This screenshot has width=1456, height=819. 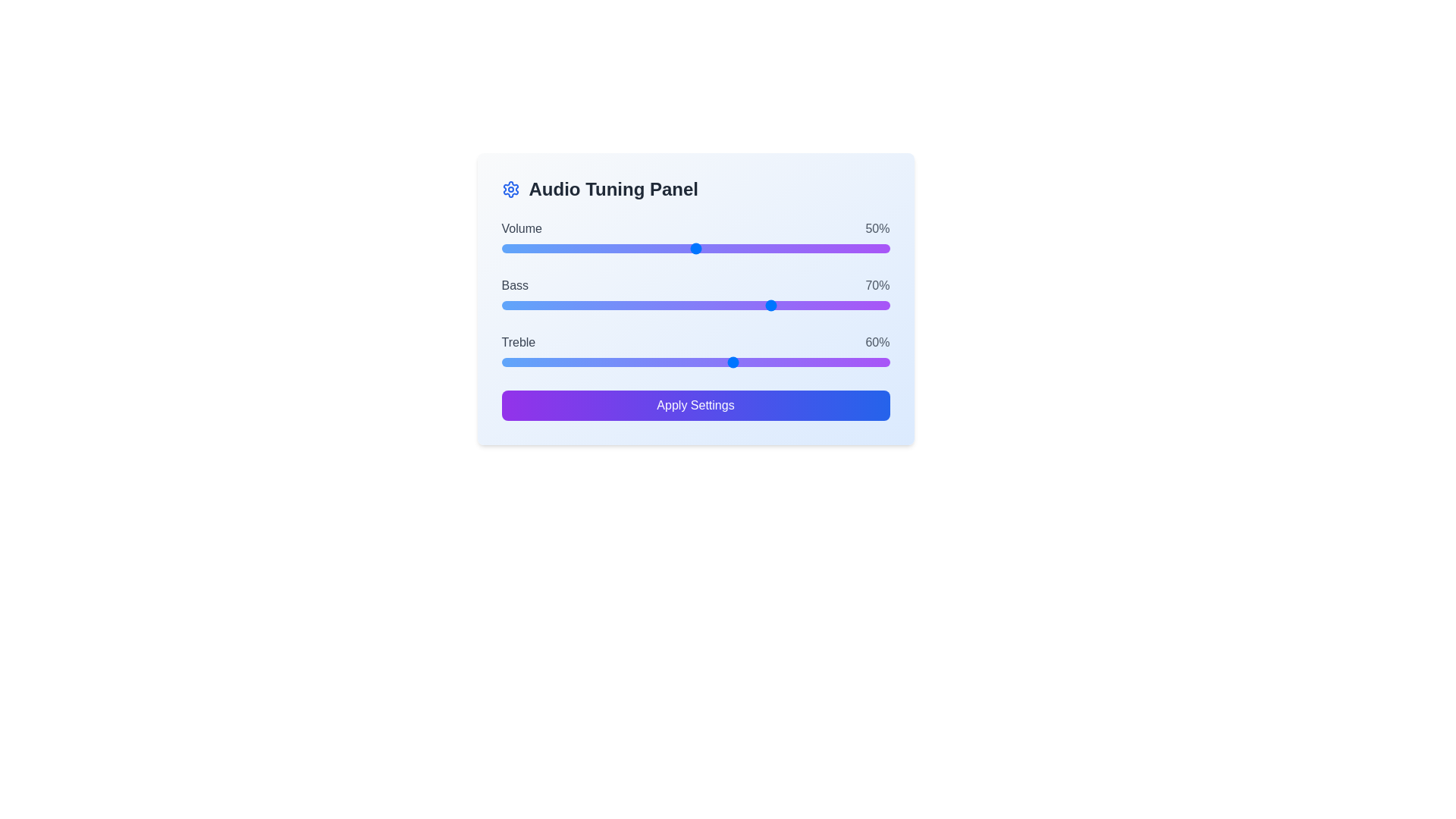 What do you see at coordinates (518, 342) in the screenshot?
I see `the 'Treble' label in the third row of the audio tuning panel, which is located to the left of the '60%' percentage text and above the 'Apply Settings' button` at bounding box center [518, 342].